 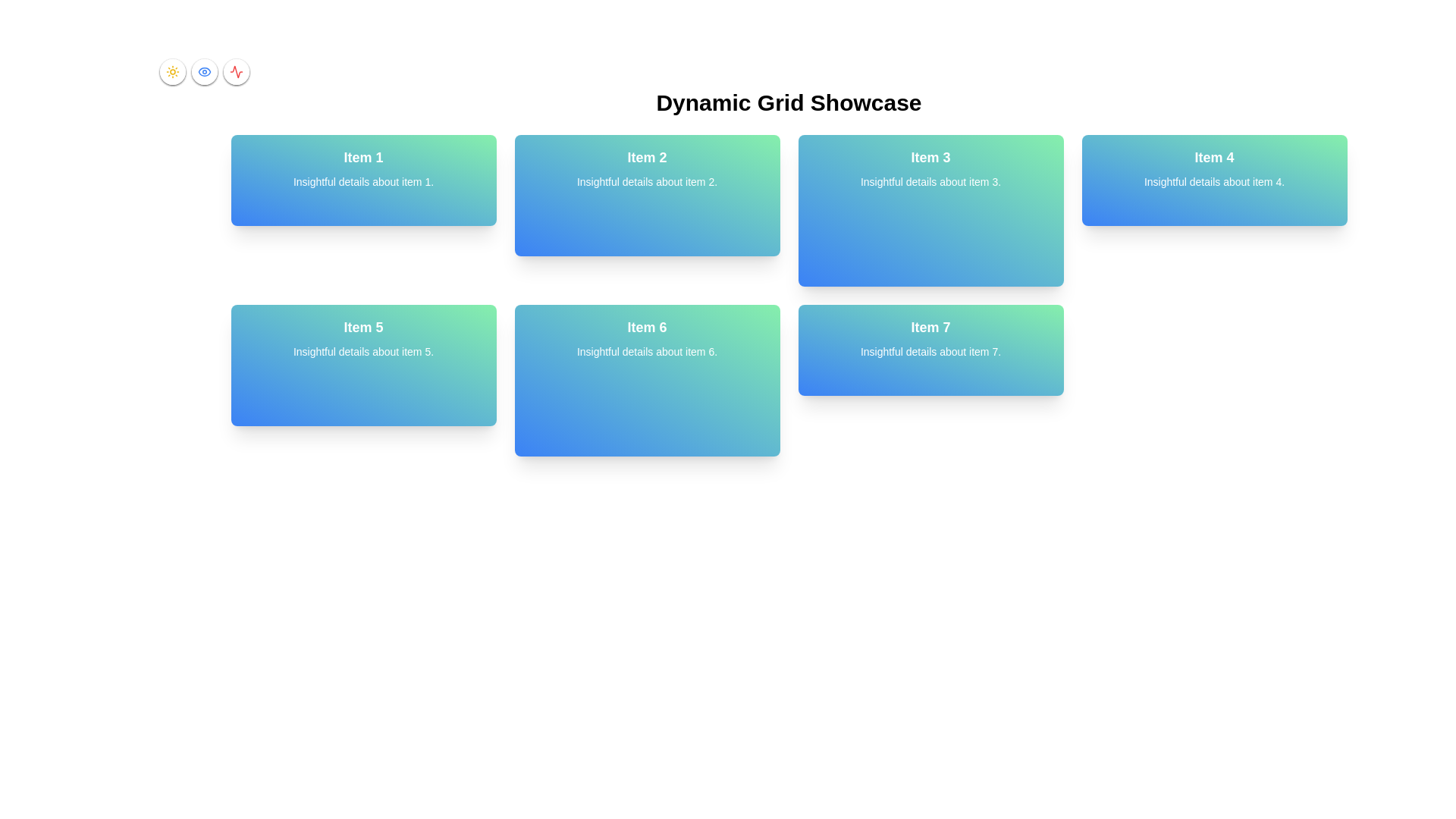 What do you see at coordinates (930, 351) in the screenshot?
I see `the text label displaying 'Insightful details about item 7.', which is styled with small-sized white text and is located within the 'Item 7' card in the second row, fourth column of the grid layout` at bounding box center [930, 351].